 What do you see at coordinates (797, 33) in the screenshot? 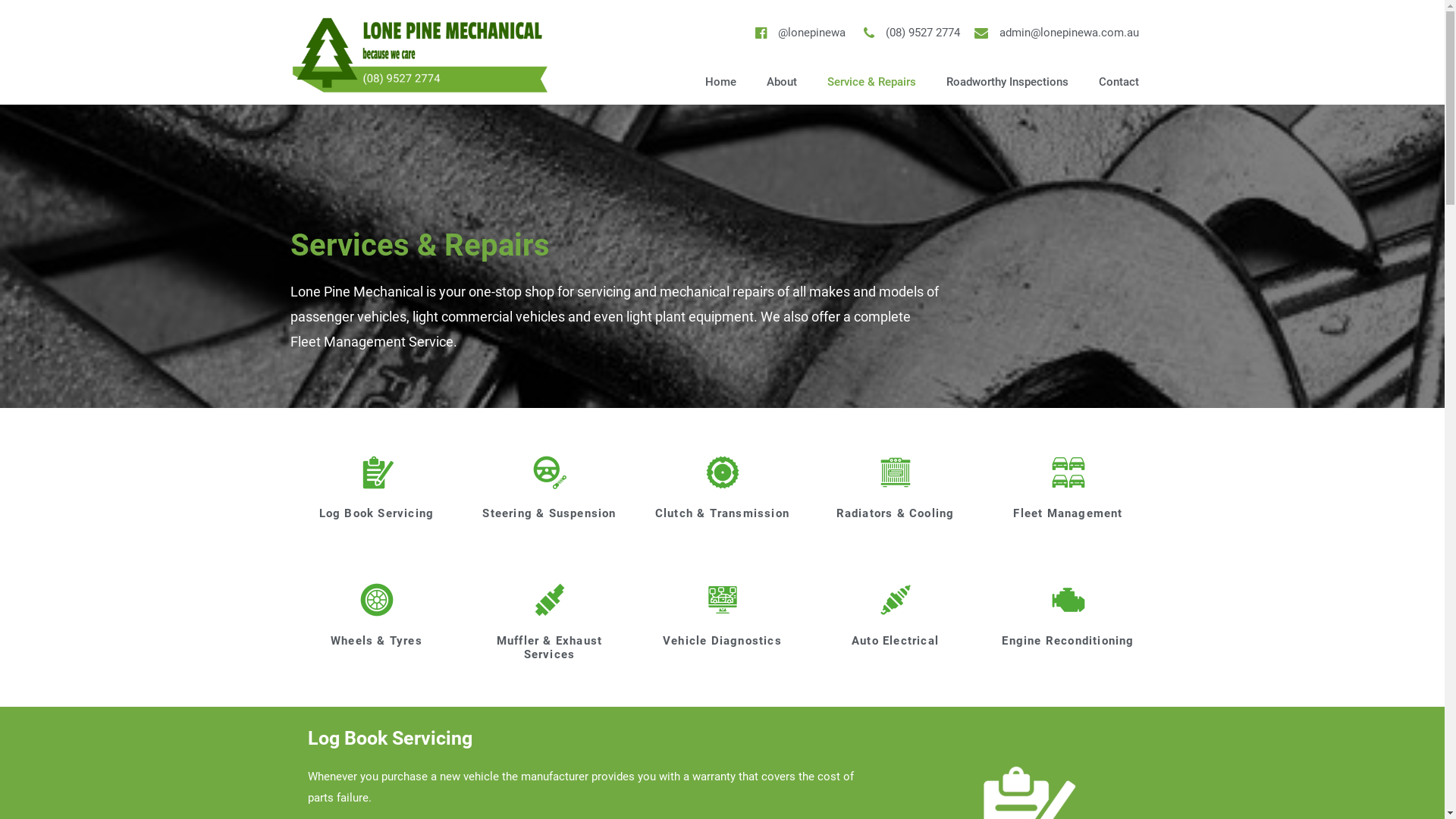
I see `'@lonepinewa'` at bounding box center [797, 33].